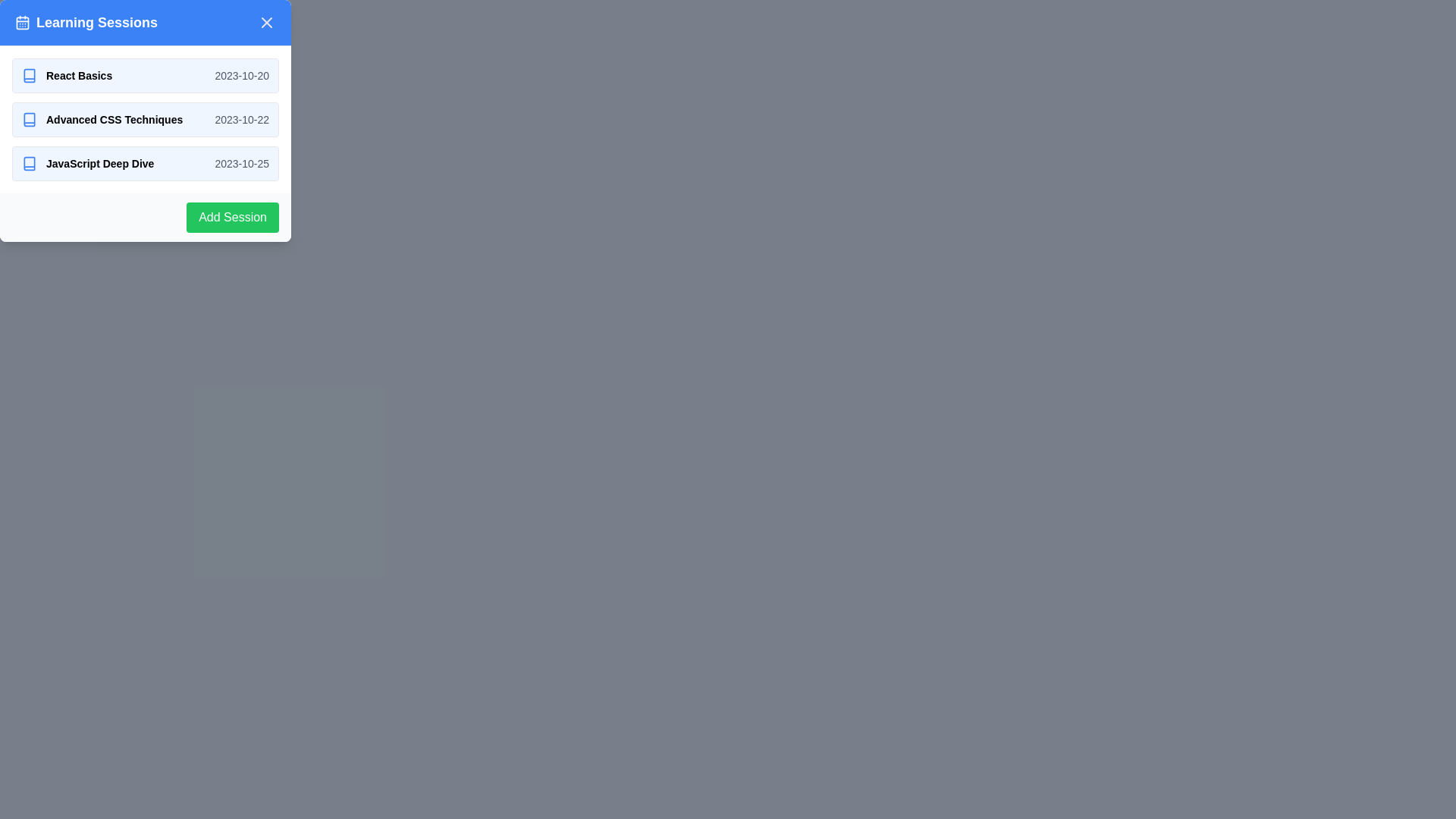  Describe the element at coordinates (29, 164) in the screenshot. I see `the blue icon featuring a book symbol, located to the left of the 'JavaScript Deep Dive' text in the vertical list of sessions` at that location.